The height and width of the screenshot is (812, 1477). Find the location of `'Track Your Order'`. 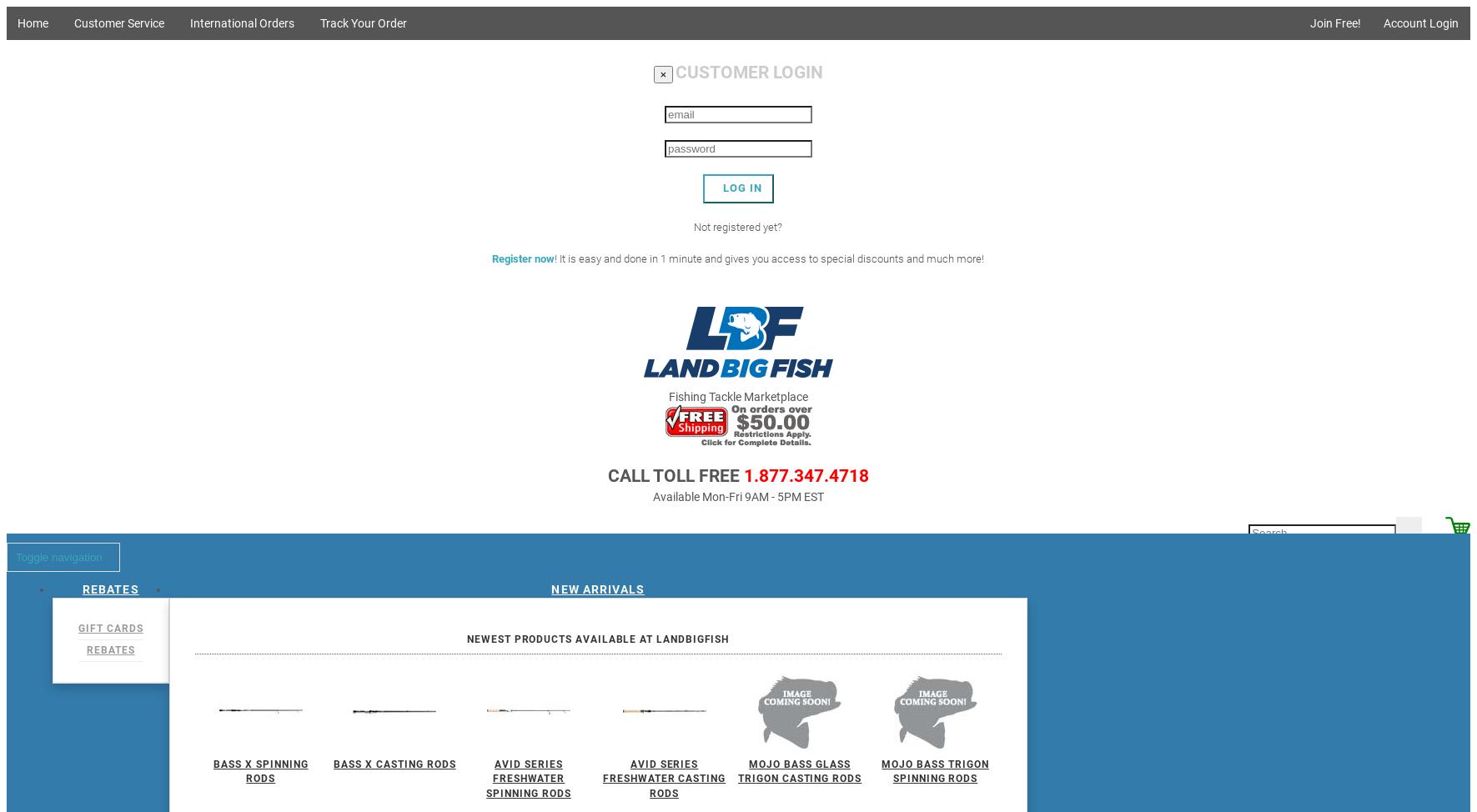

'Track Your Order' is located at coordinates (362, 23).